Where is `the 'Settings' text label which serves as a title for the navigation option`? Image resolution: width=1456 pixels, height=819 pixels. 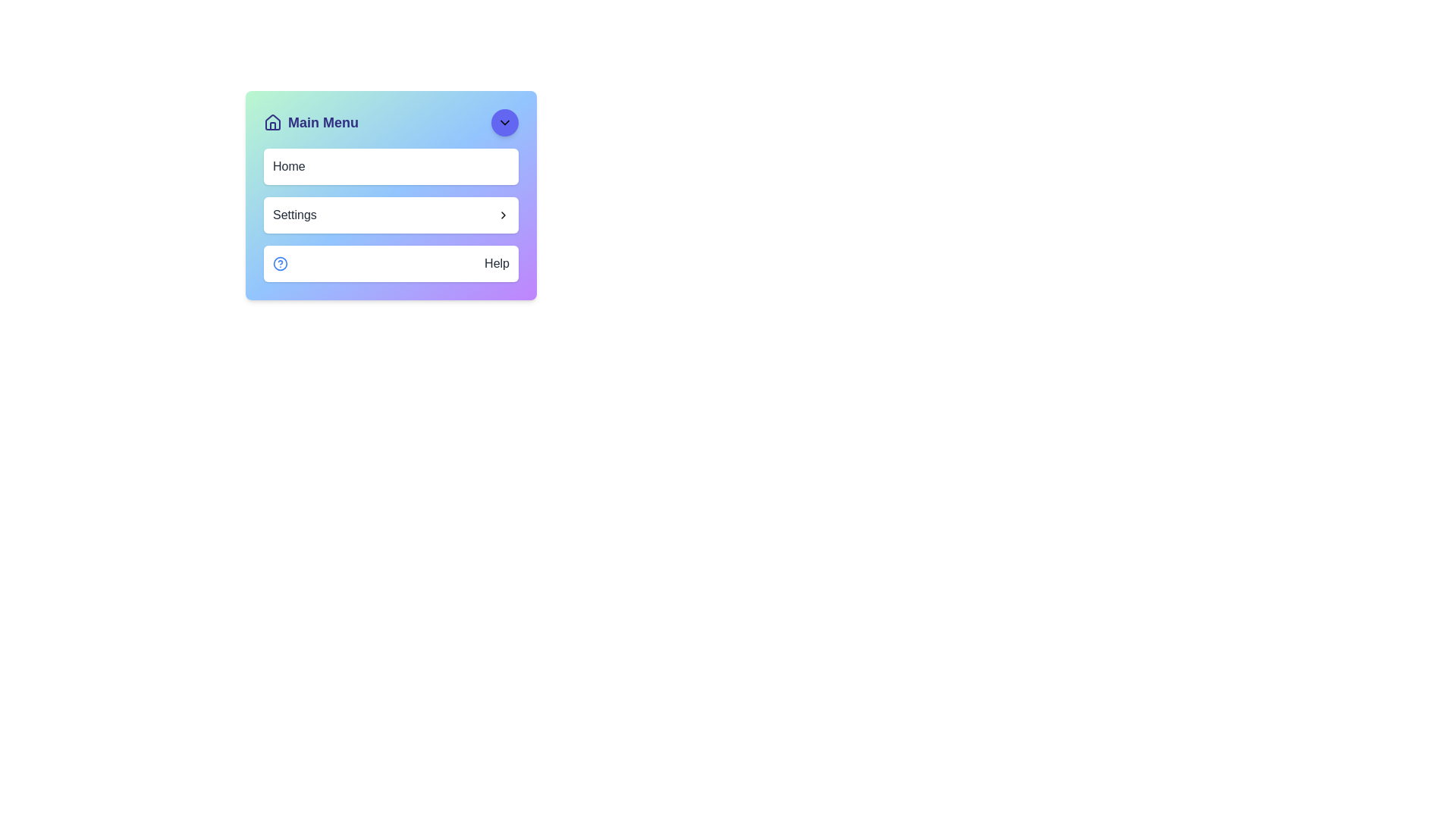
the 'Settings' text label which serves as a title for the navigation option is located at coordinates (294, 215).